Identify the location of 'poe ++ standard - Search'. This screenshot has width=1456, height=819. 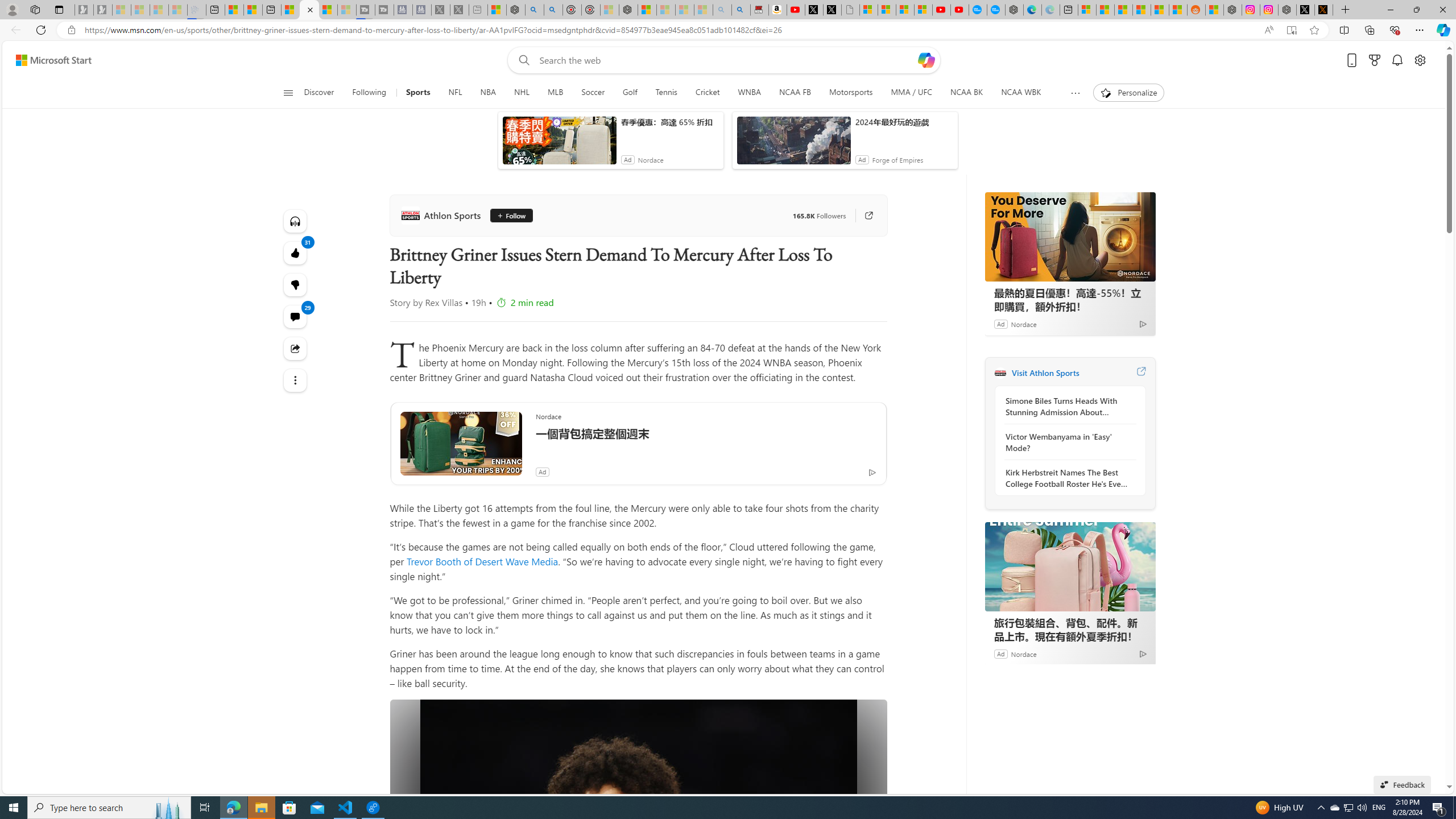
(552, 9).